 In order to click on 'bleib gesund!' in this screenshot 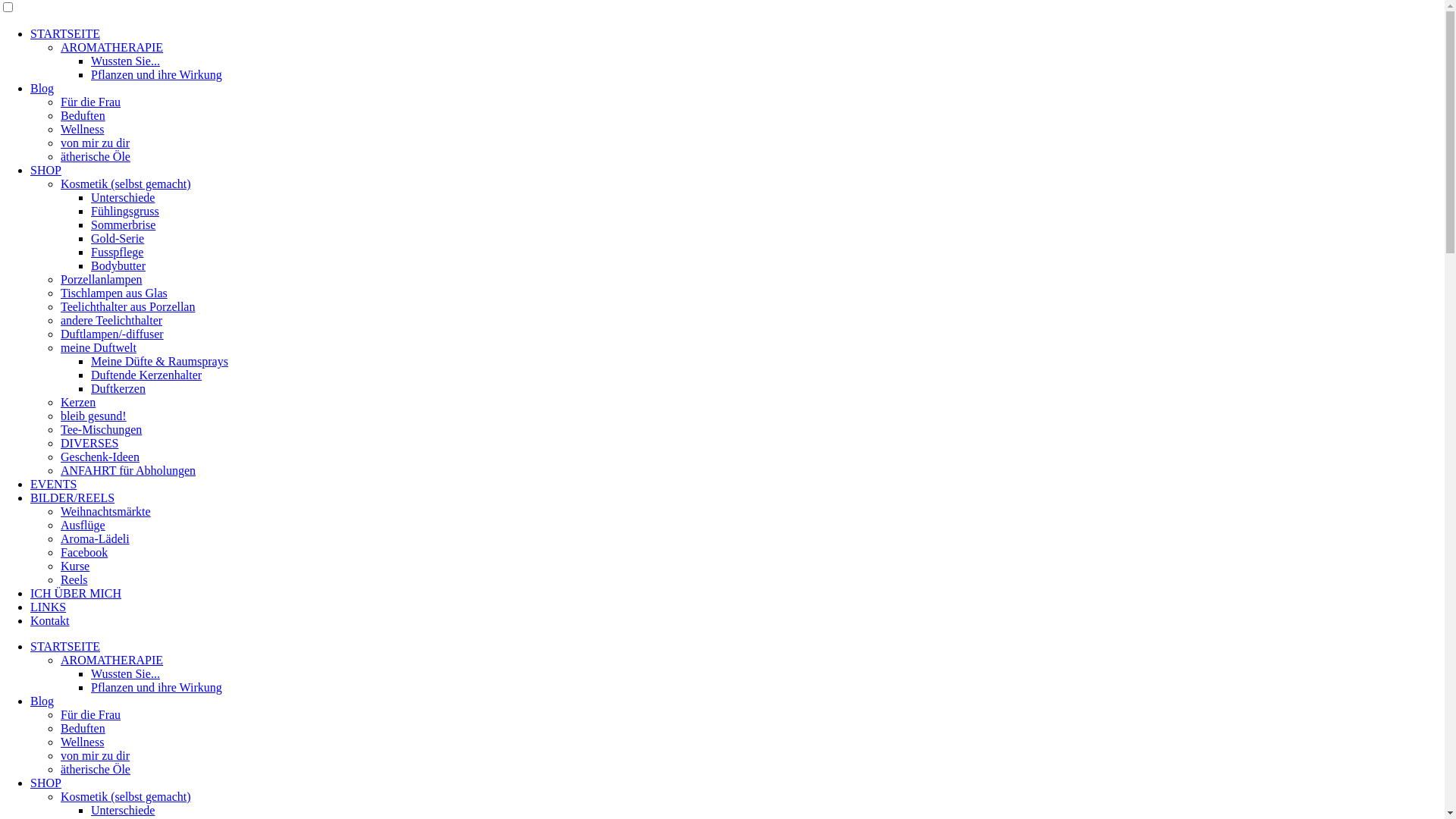, I will do `click(93, 416)`.